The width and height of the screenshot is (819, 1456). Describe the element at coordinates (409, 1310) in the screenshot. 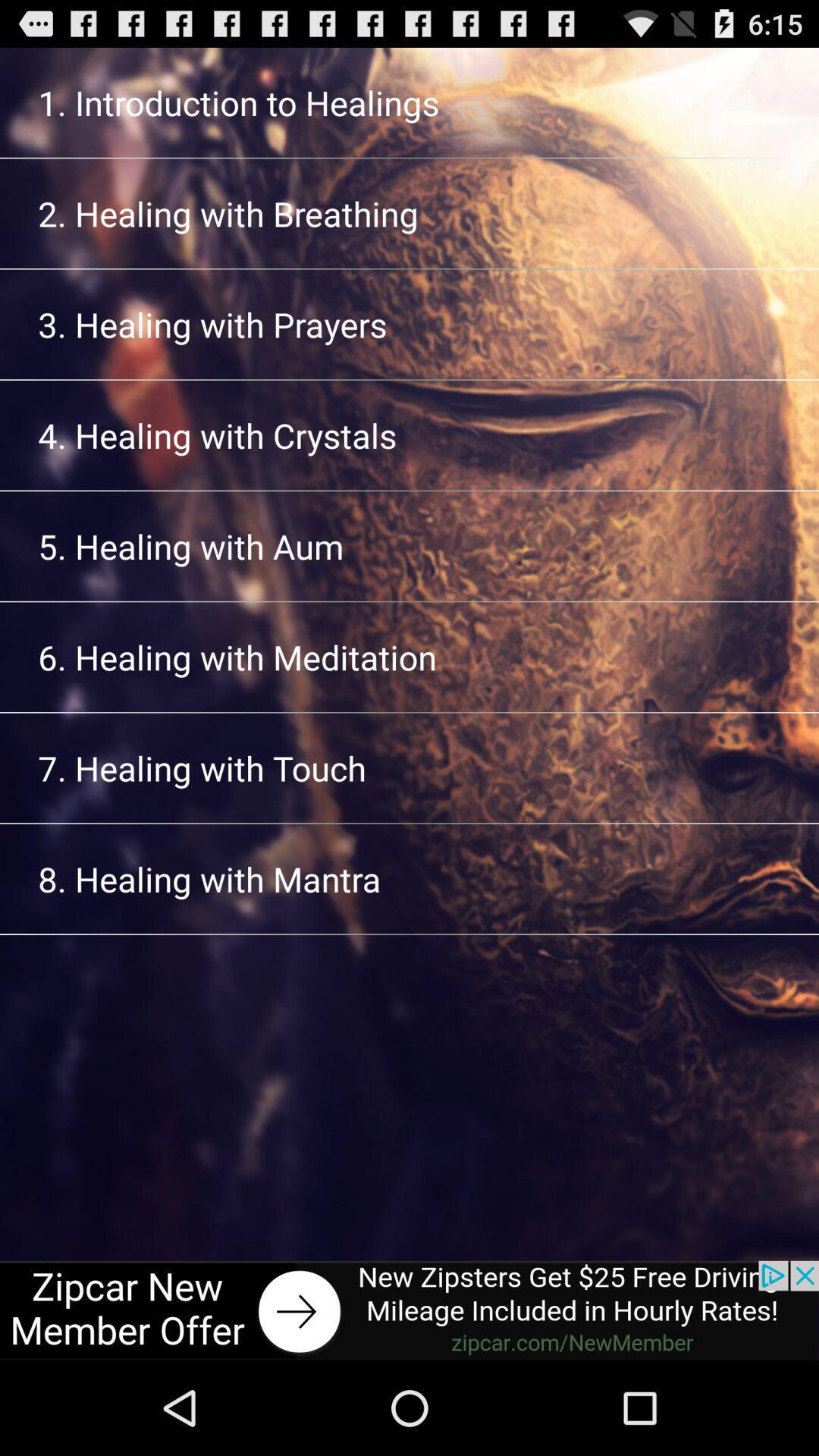

I see `bottom advertisement` at that location.